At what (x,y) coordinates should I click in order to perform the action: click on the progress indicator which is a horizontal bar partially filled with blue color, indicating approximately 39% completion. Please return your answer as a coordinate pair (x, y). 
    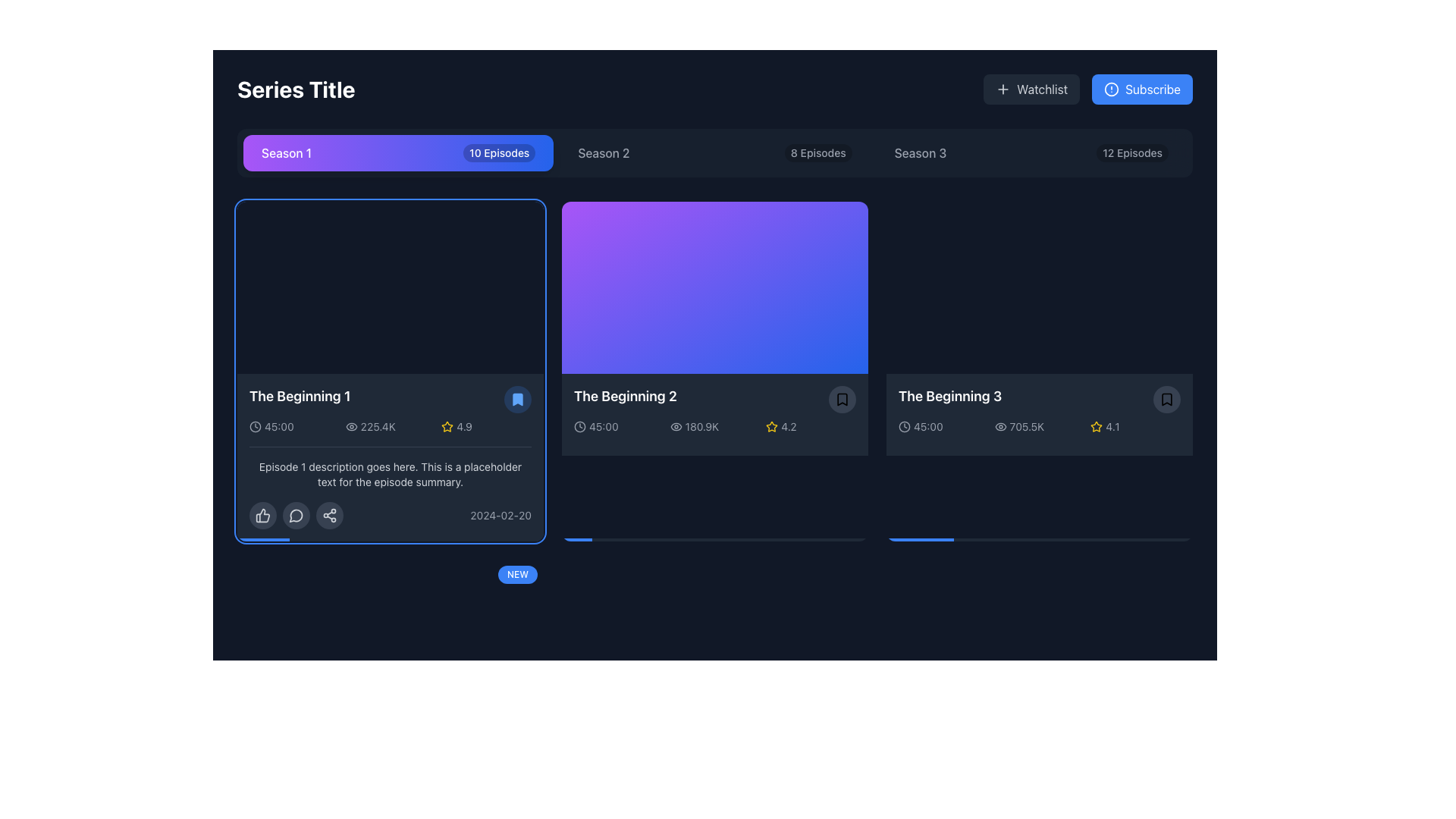
    Looking at the image, I should click on (297, 811).